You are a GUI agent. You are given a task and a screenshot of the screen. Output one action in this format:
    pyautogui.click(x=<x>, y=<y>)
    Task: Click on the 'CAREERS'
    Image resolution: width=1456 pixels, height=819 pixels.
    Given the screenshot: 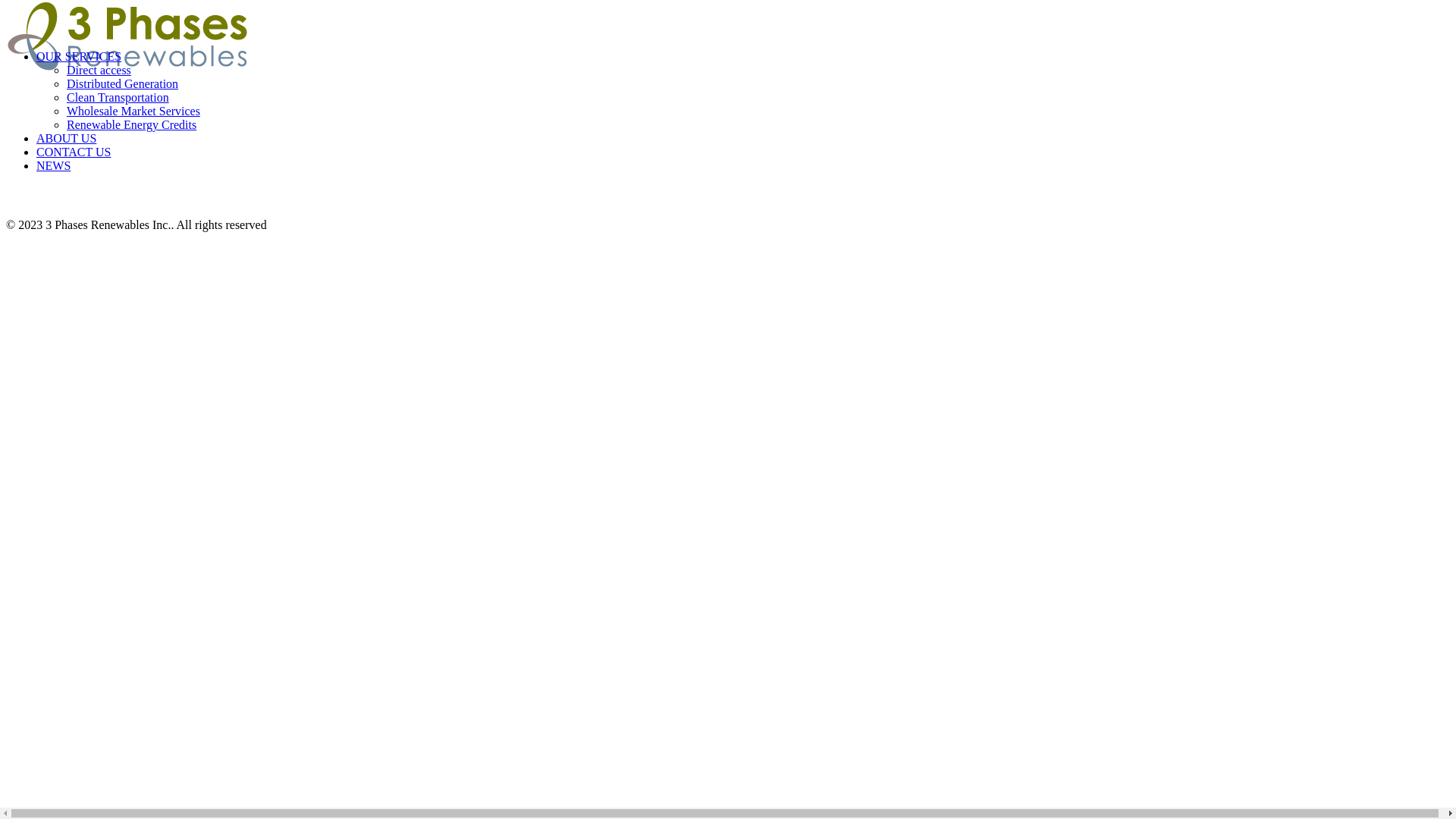 What is the action you would take?
    pyautogui.click(x=734, y=18)
    